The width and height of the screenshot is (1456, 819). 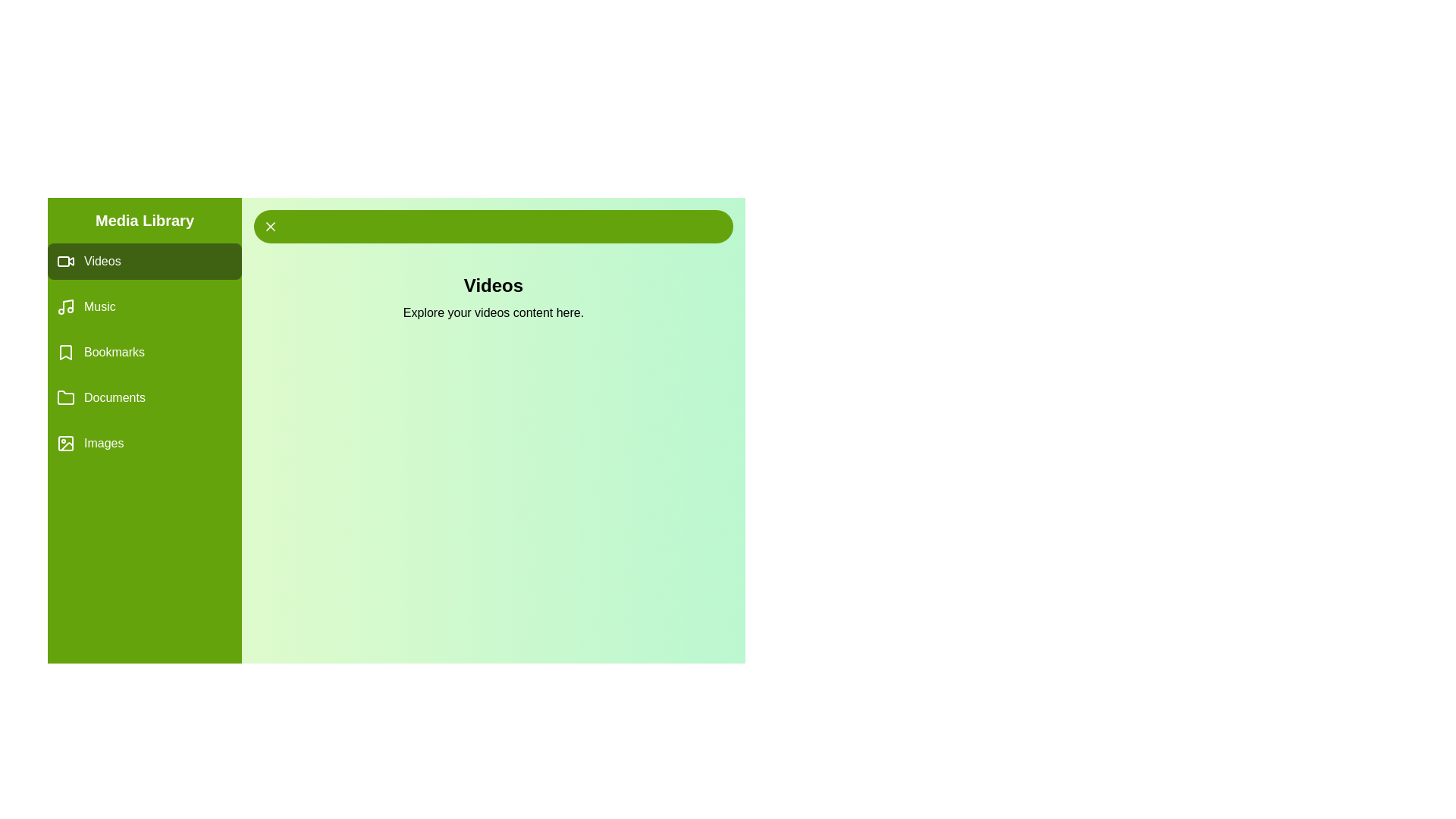 I want to click on the Images tab by clicking on its label in the drawer, so click(x=145, y=444).